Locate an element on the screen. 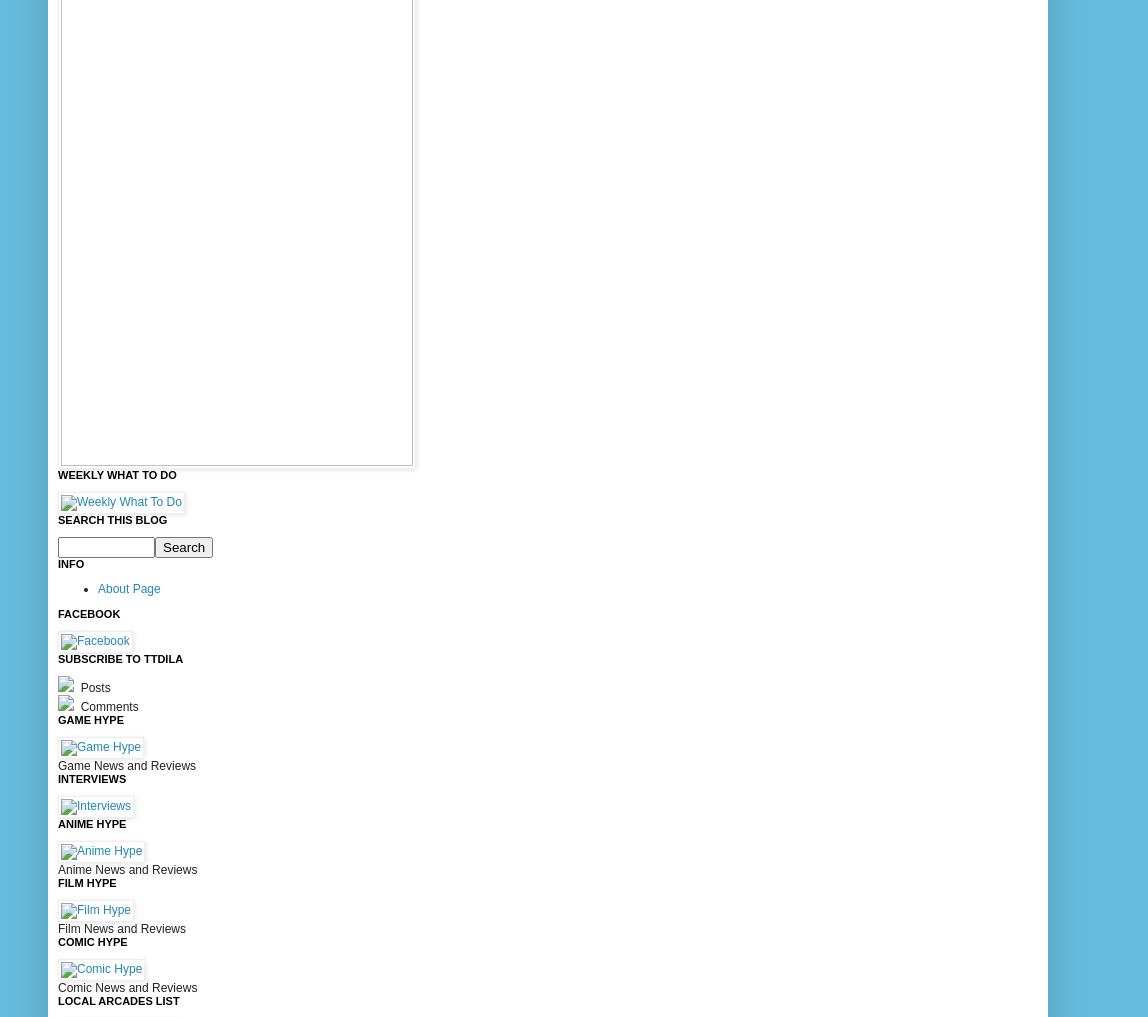 The image size is (1148, 1017). 'Facebook' is located at coordinates (57, 612).